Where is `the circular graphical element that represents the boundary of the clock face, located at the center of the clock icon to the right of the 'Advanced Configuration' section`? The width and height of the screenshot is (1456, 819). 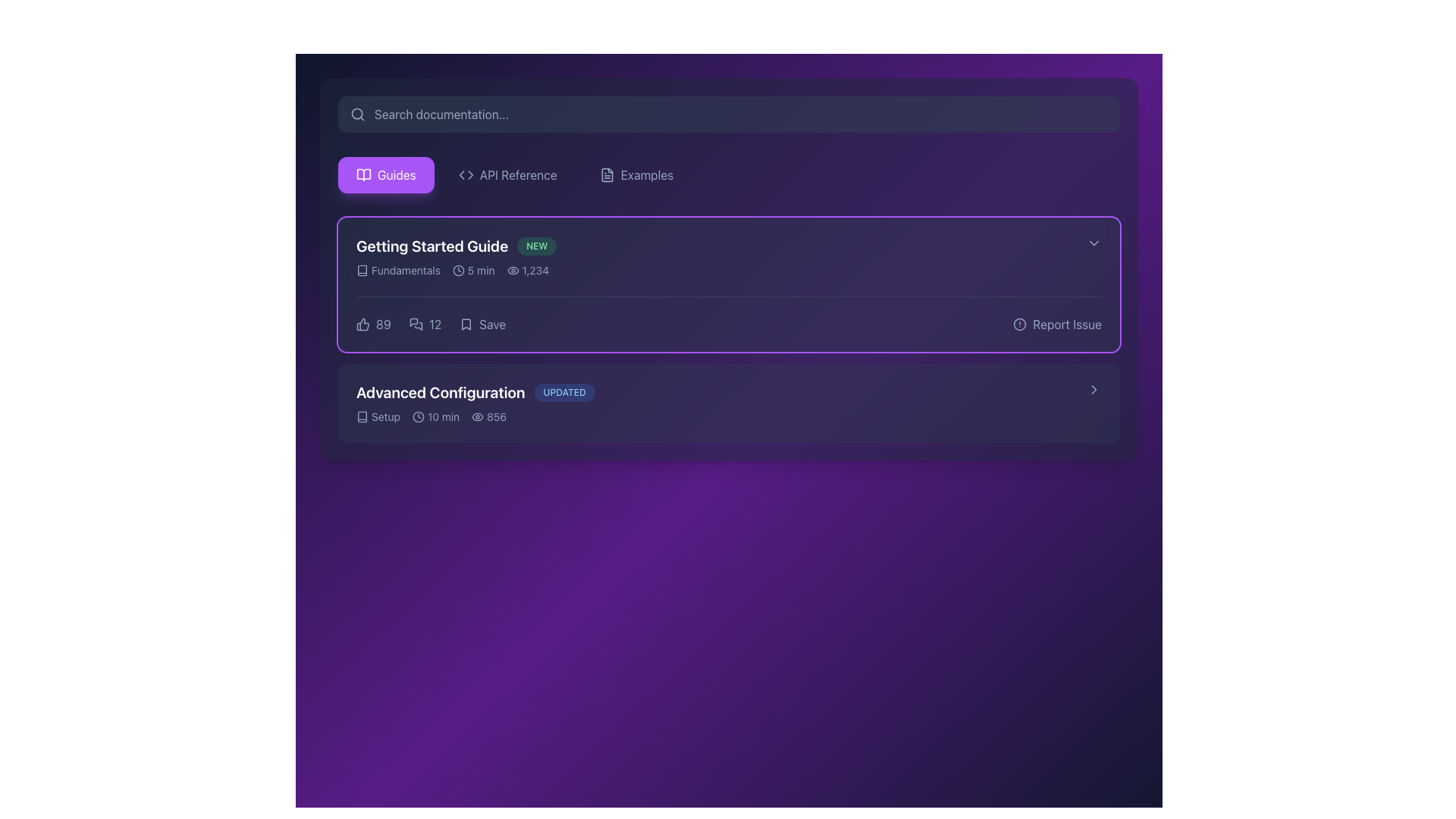 the circular graphical element that represents the boundary of the clock face, located at the center of the clock icon to the right of the 'Advanced Configuration' section is located at coordinates (419, 417).